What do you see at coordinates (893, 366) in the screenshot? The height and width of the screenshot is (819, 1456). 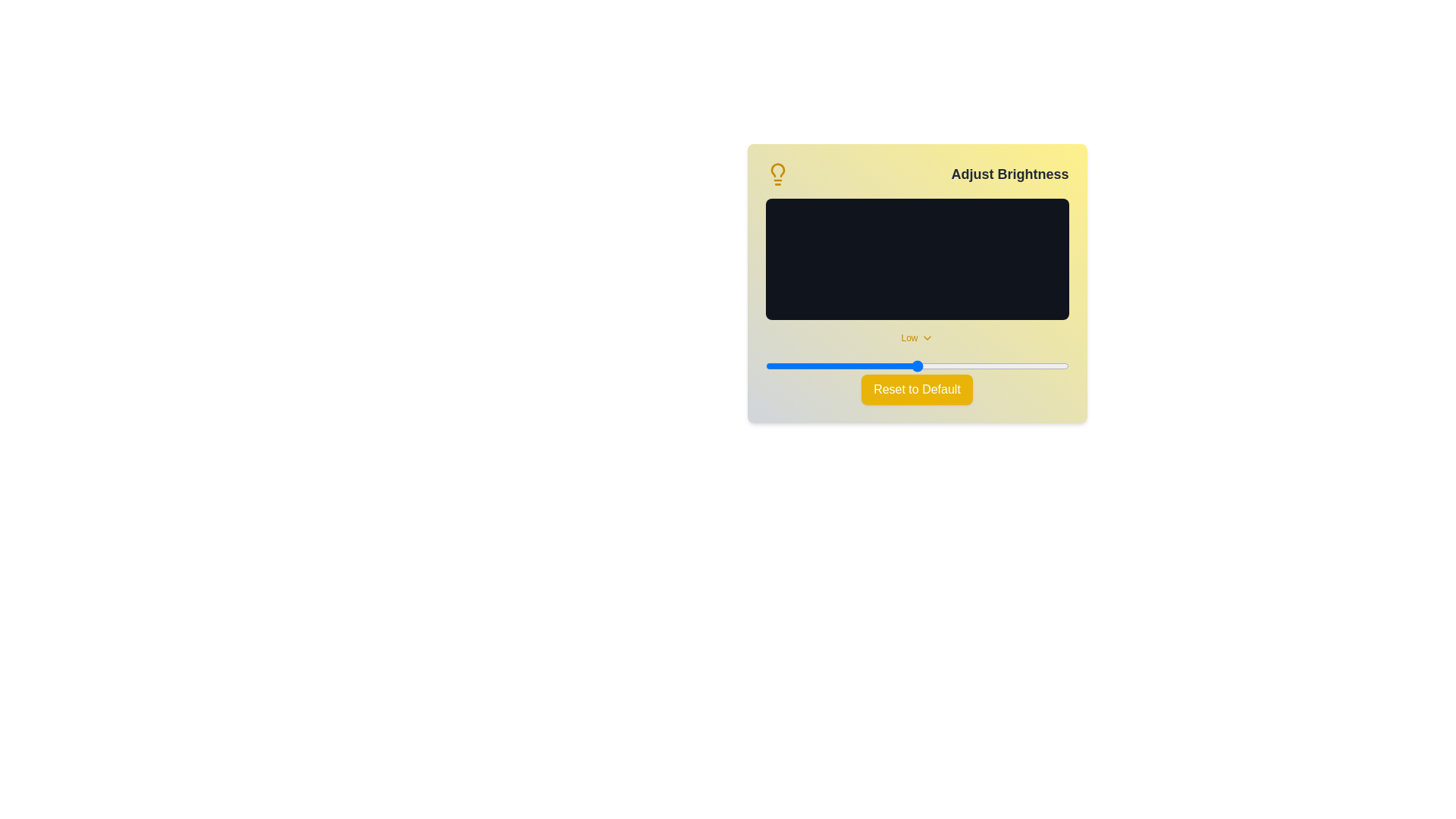 I see `the brightness slider to 42 percent` at bounding box center [893, 366].